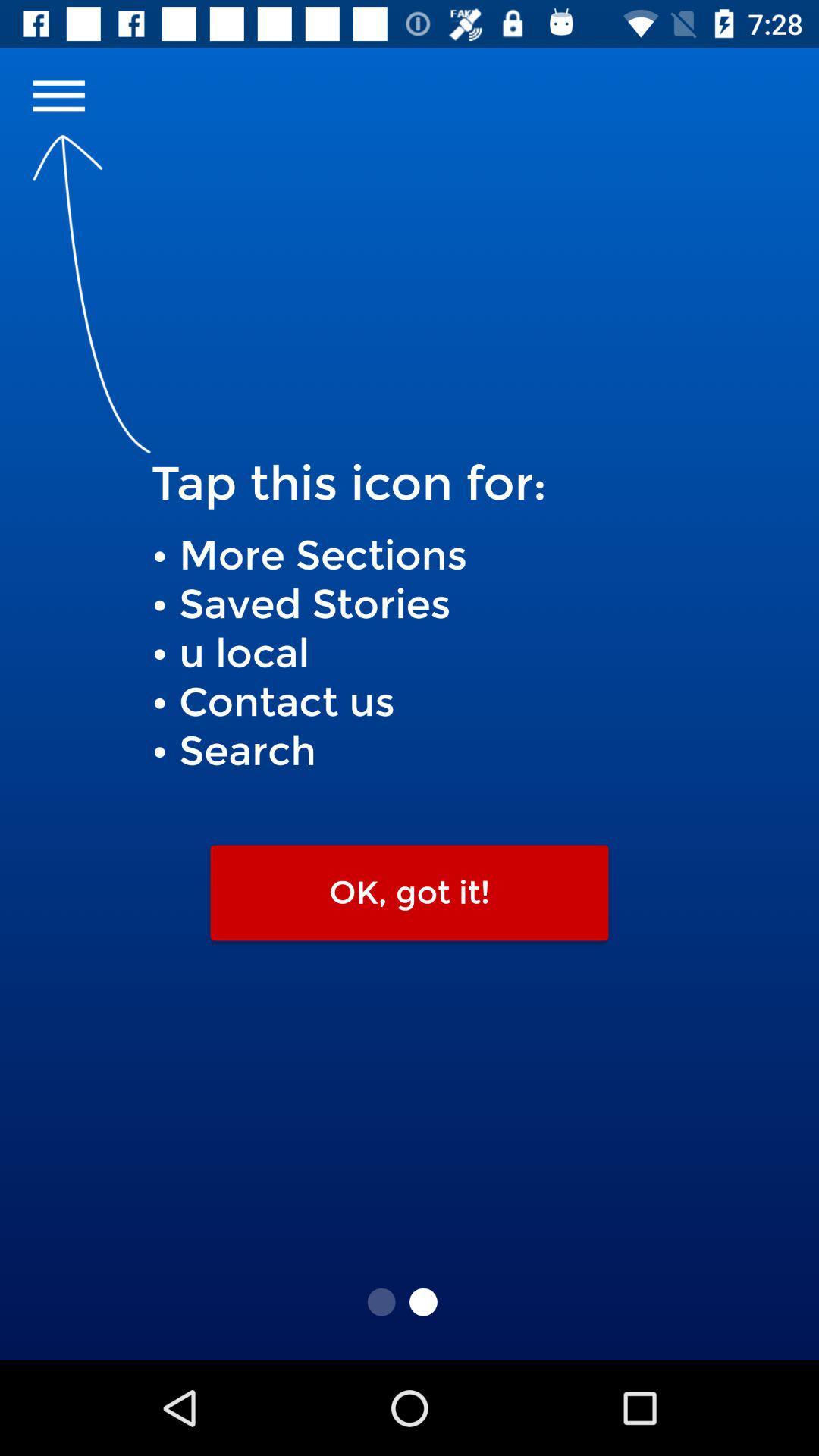 The image size is (819, 1456). Describe the element at coordinates (409, 893) in the screenshot. I see `item below more sections saved item` at that location.